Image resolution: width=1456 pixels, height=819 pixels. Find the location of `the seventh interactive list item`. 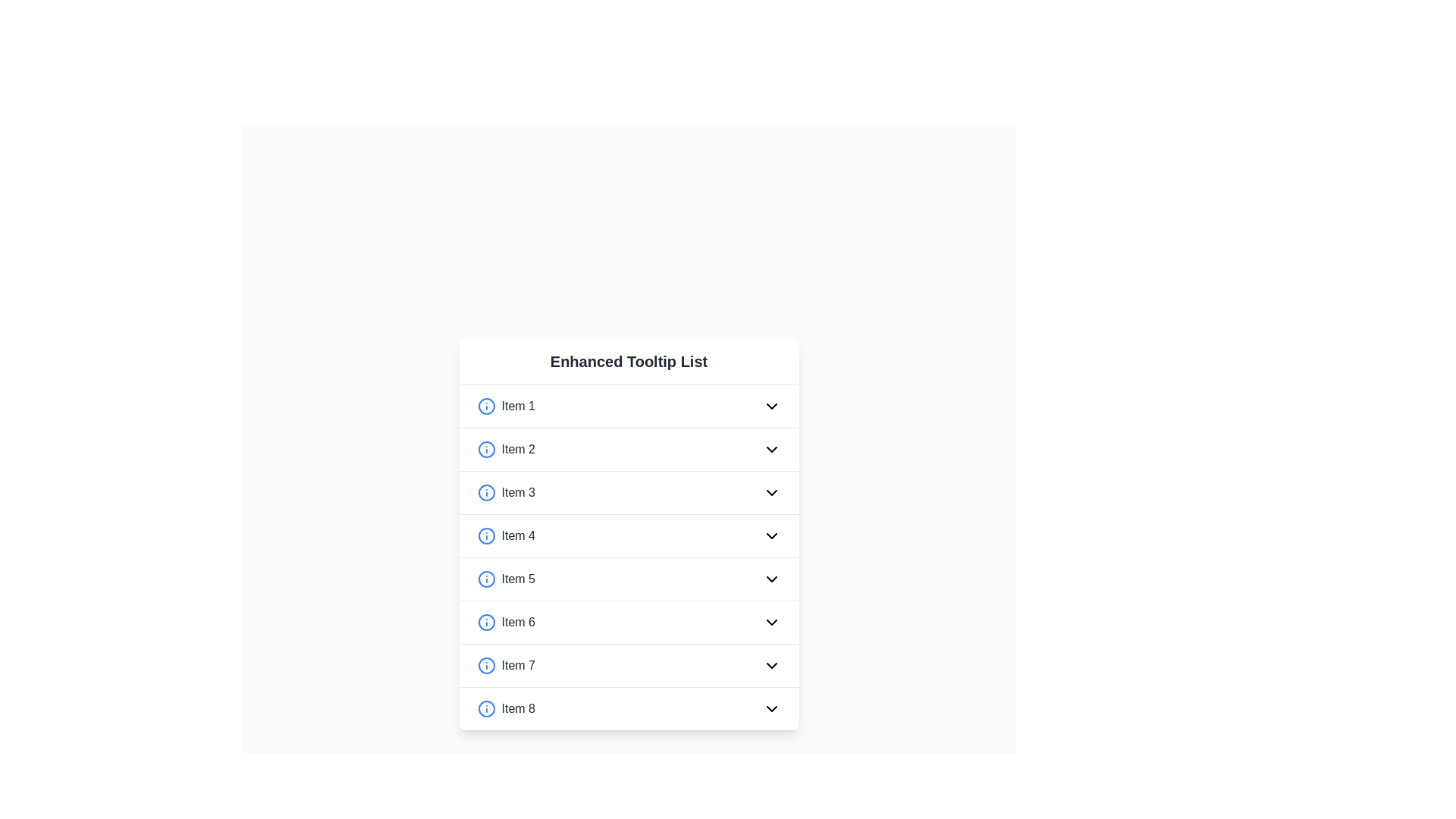

the seventh interactive list item is located at coordinates (629, 665).